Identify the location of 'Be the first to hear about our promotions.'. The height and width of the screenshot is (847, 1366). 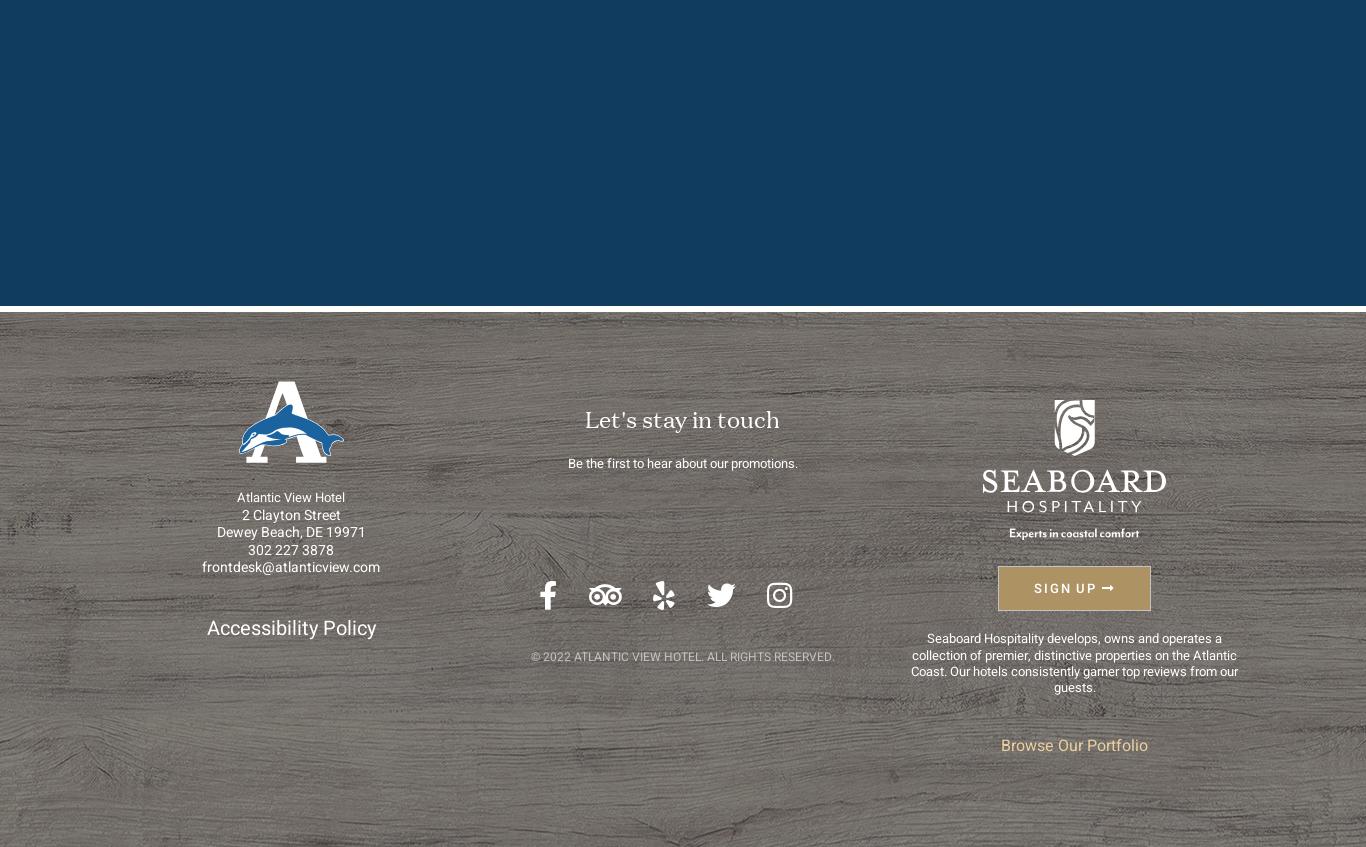
(681, 463).